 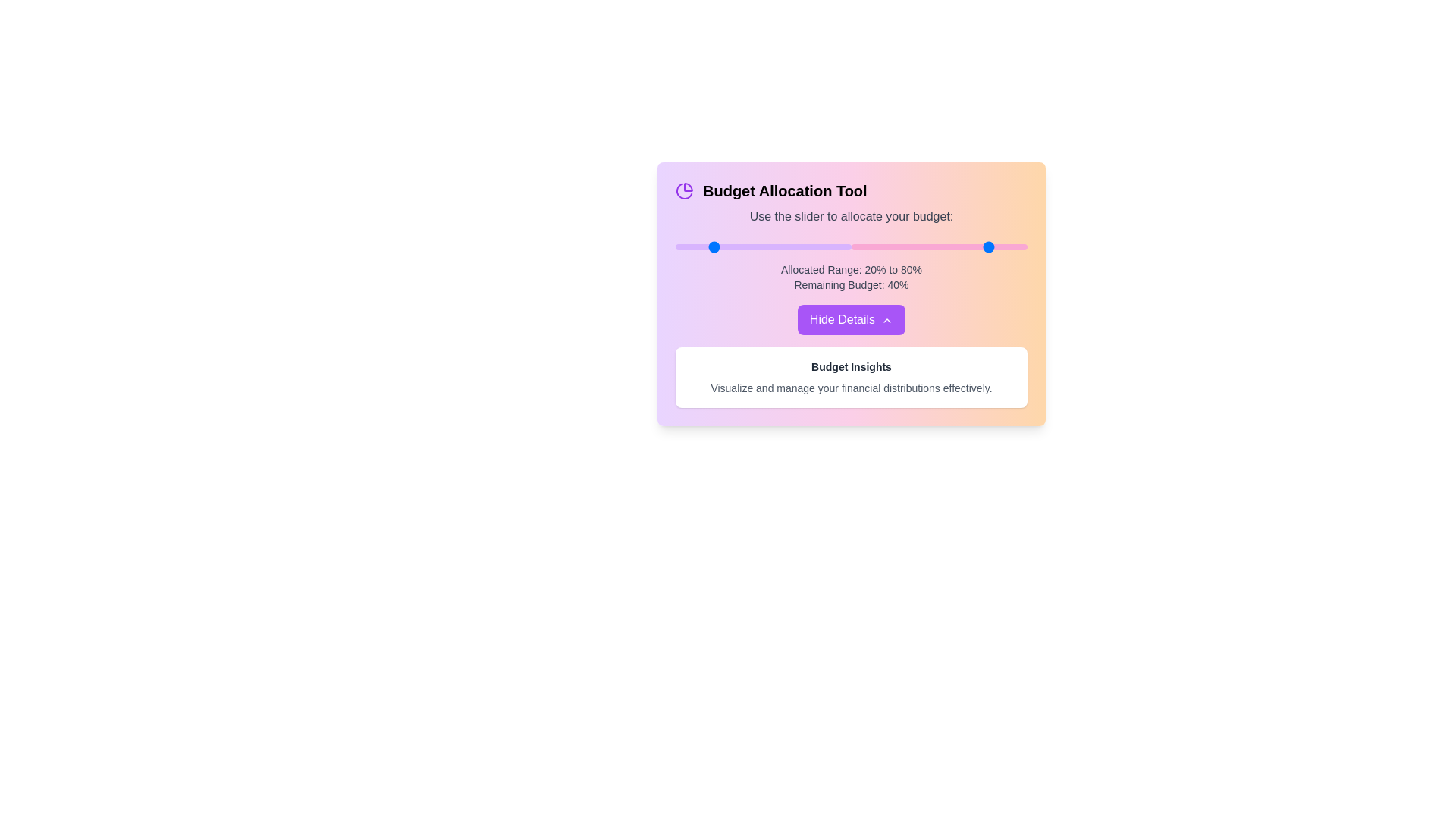 I want to click on the first slider to set the starting percentage to 9, so click(x=690, y=246).